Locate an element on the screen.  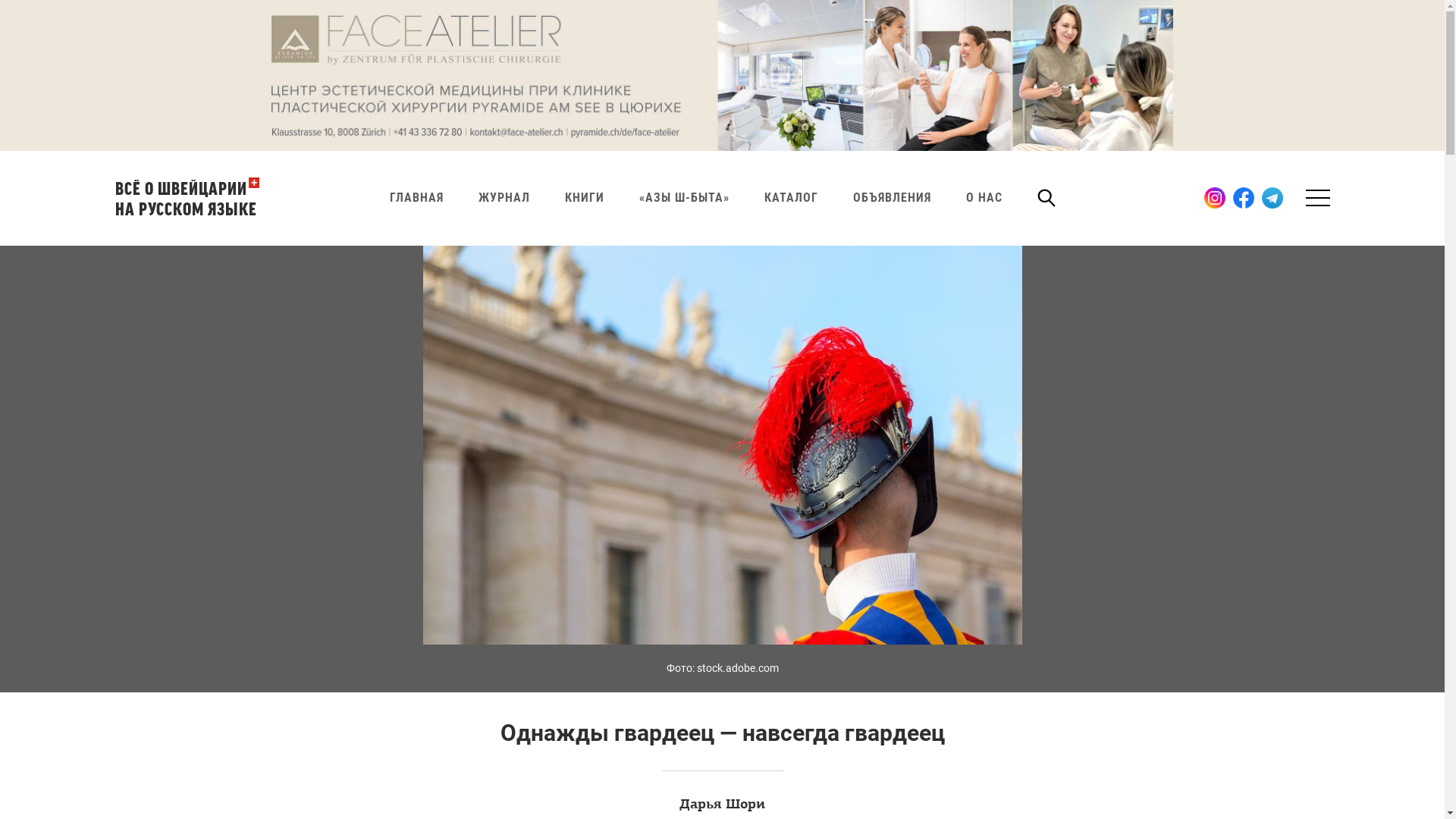
'Facebook' is located at coordinates (1244, 197).